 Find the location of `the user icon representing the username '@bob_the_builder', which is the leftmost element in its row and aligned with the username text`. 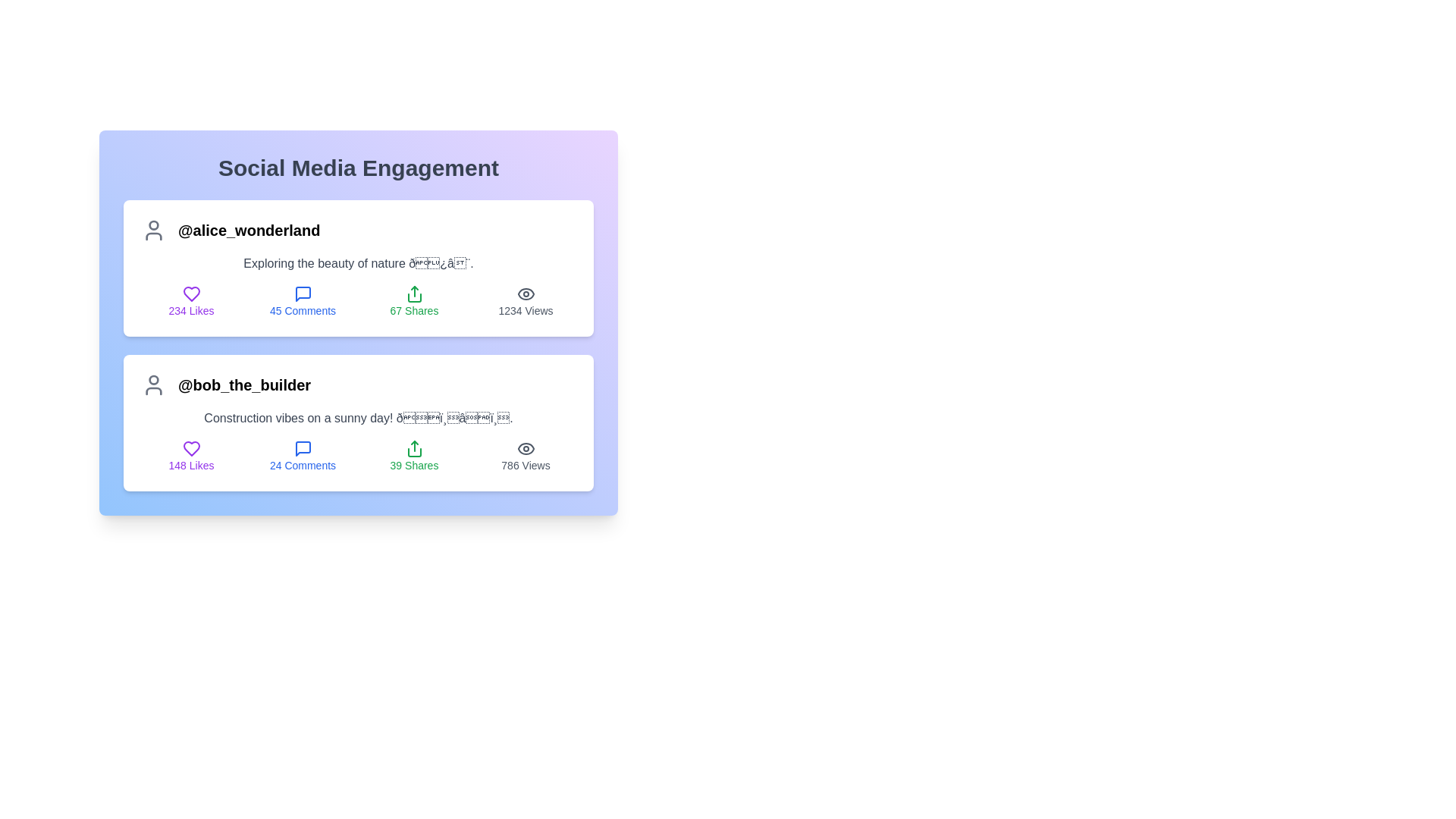

the user icon representing the username '@bob_the_builder', which is the leftmost element in its row and aligned with the username text is located at coordinates (153, 384).